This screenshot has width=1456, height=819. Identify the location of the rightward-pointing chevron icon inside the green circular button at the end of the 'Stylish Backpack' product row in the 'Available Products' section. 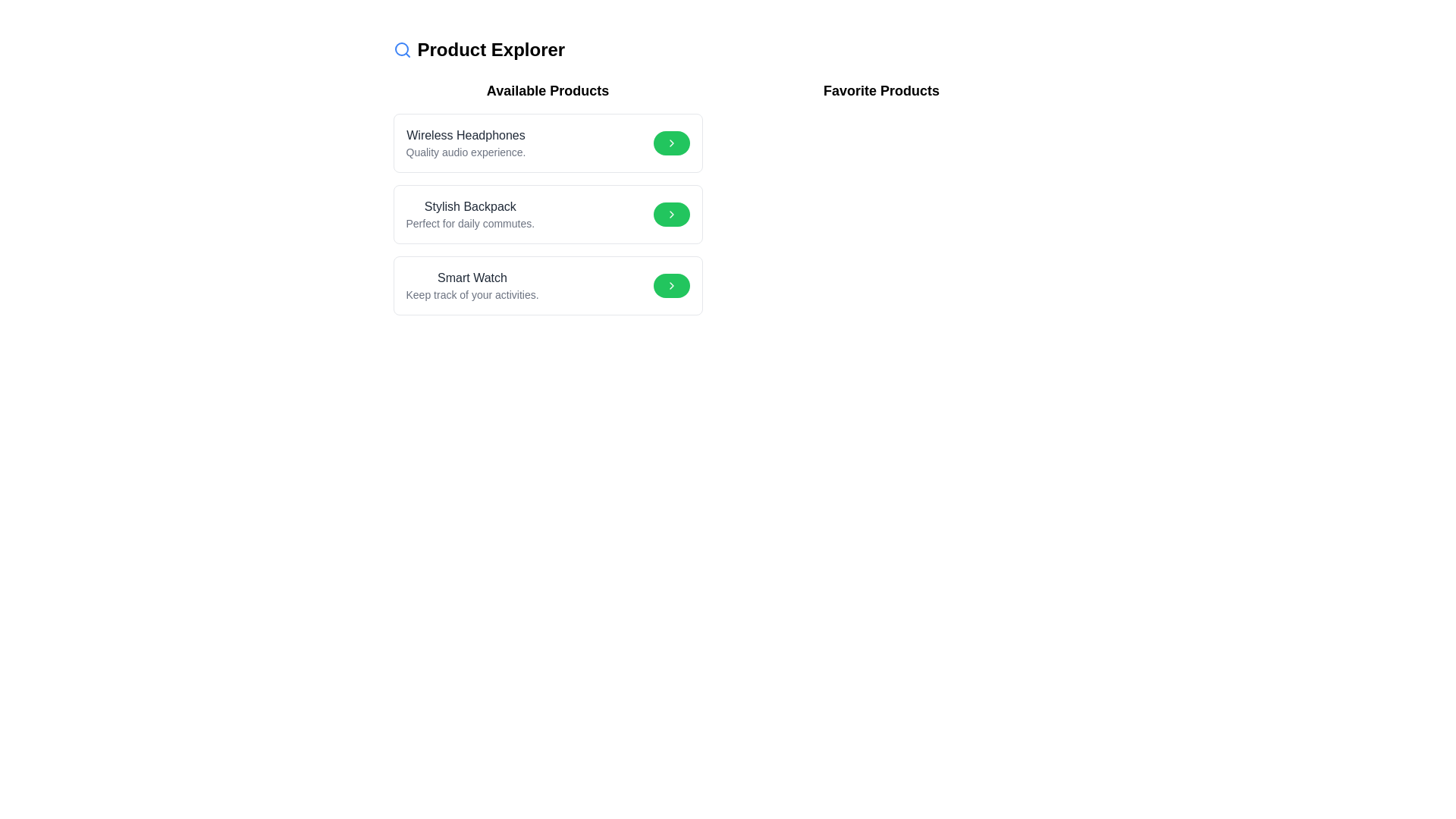
(670, 214).